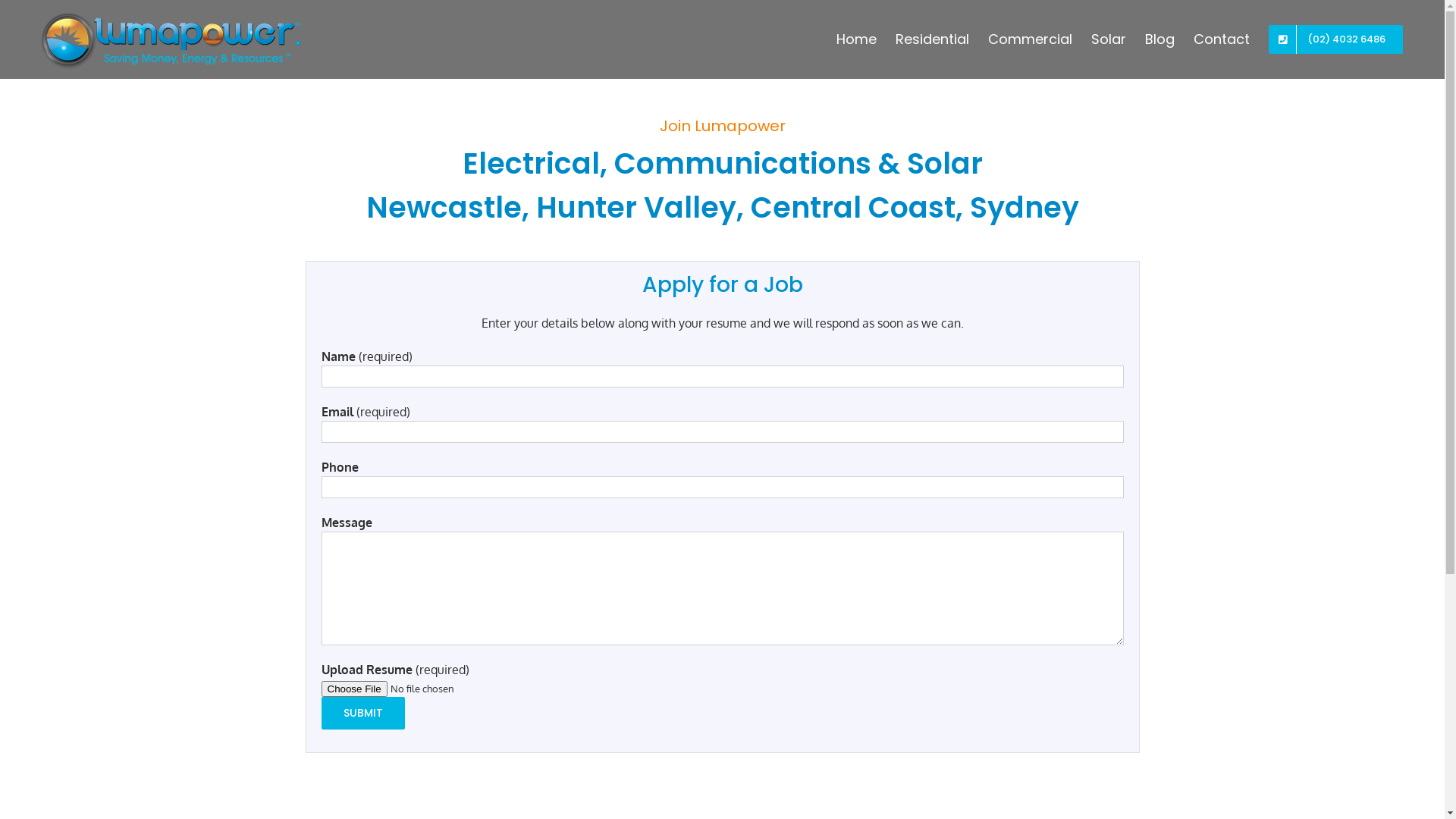  What do you see at coordinates (1335, 38) in the screenshot?
I see `'(02) 4032 6486'` at bounding box center [1335, 38].